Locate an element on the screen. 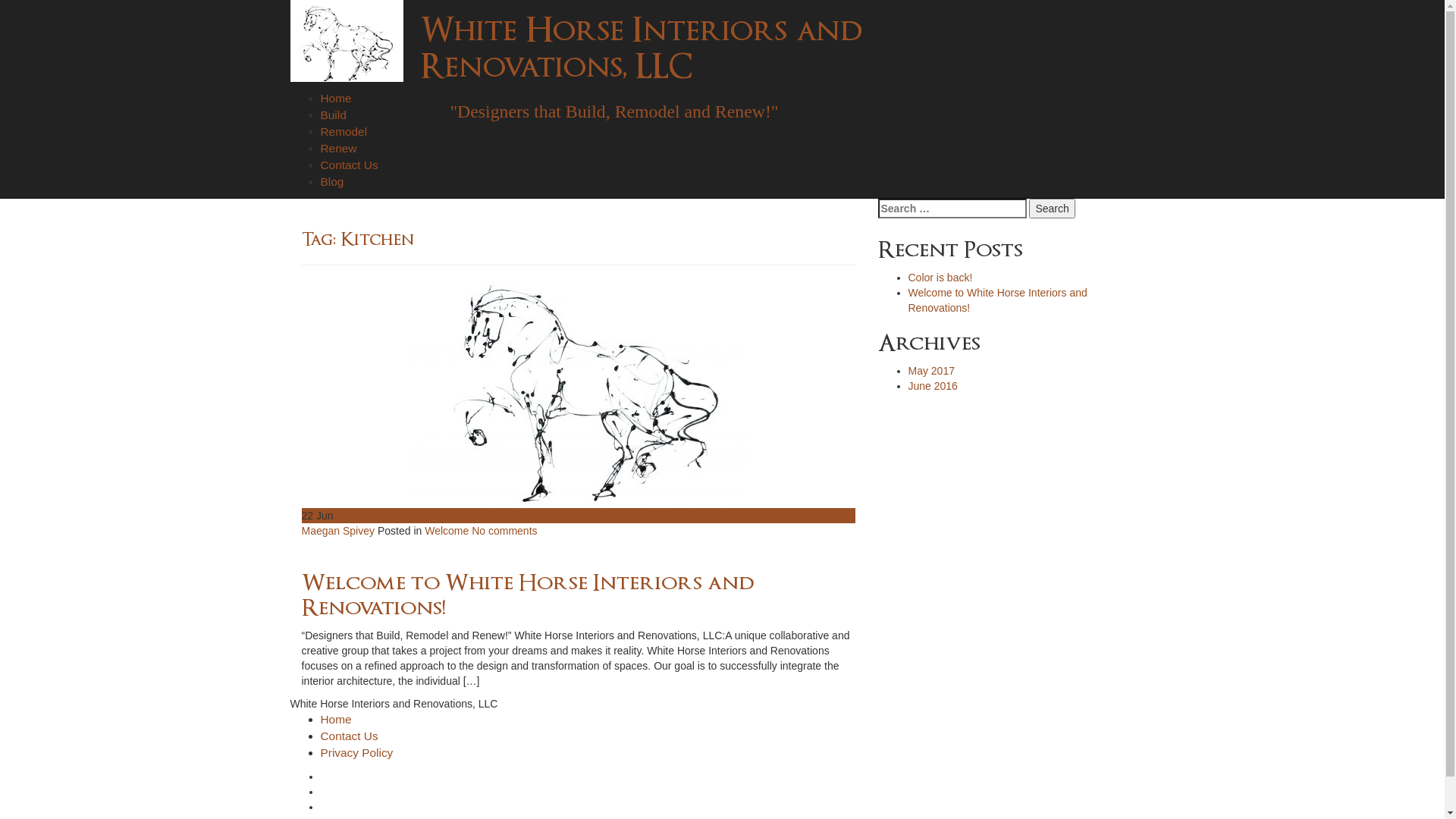 The height and width of the screenshot is (819, 1456). 'Home' is located at coordinates (334, 718).